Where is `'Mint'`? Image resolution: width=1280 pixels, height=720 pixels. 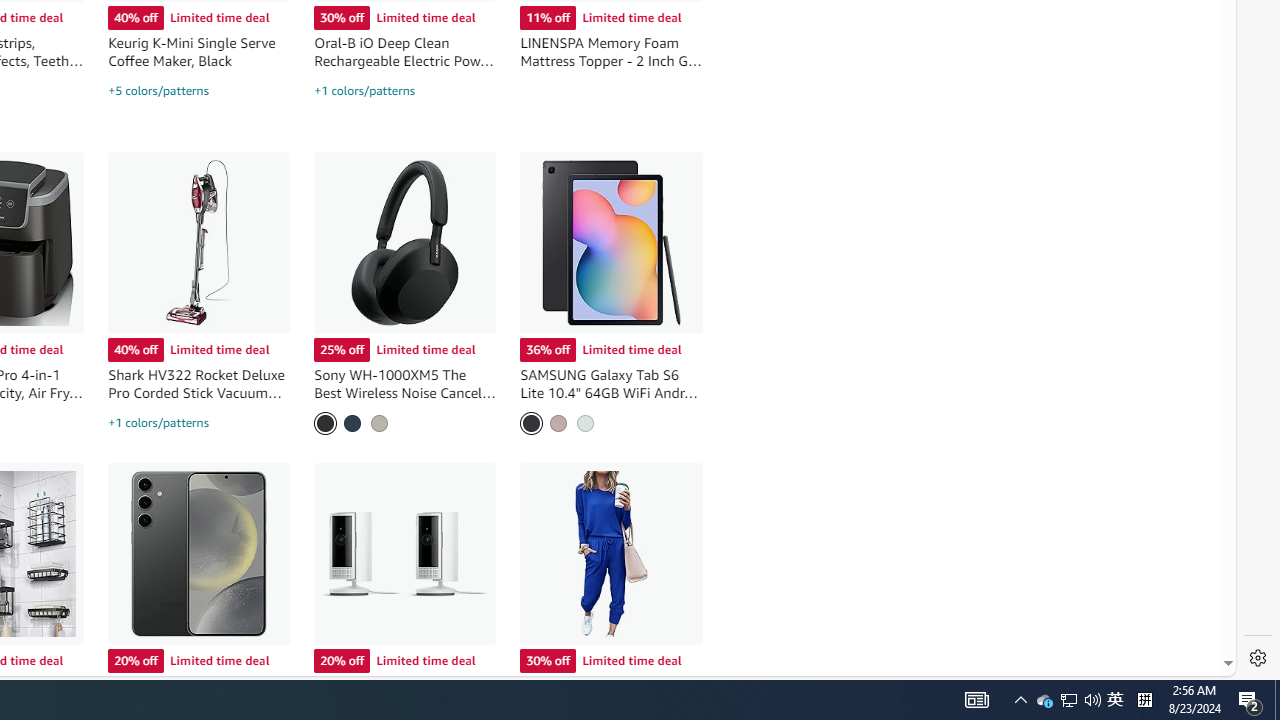 'Mint' is located at coordinates (584, 422).